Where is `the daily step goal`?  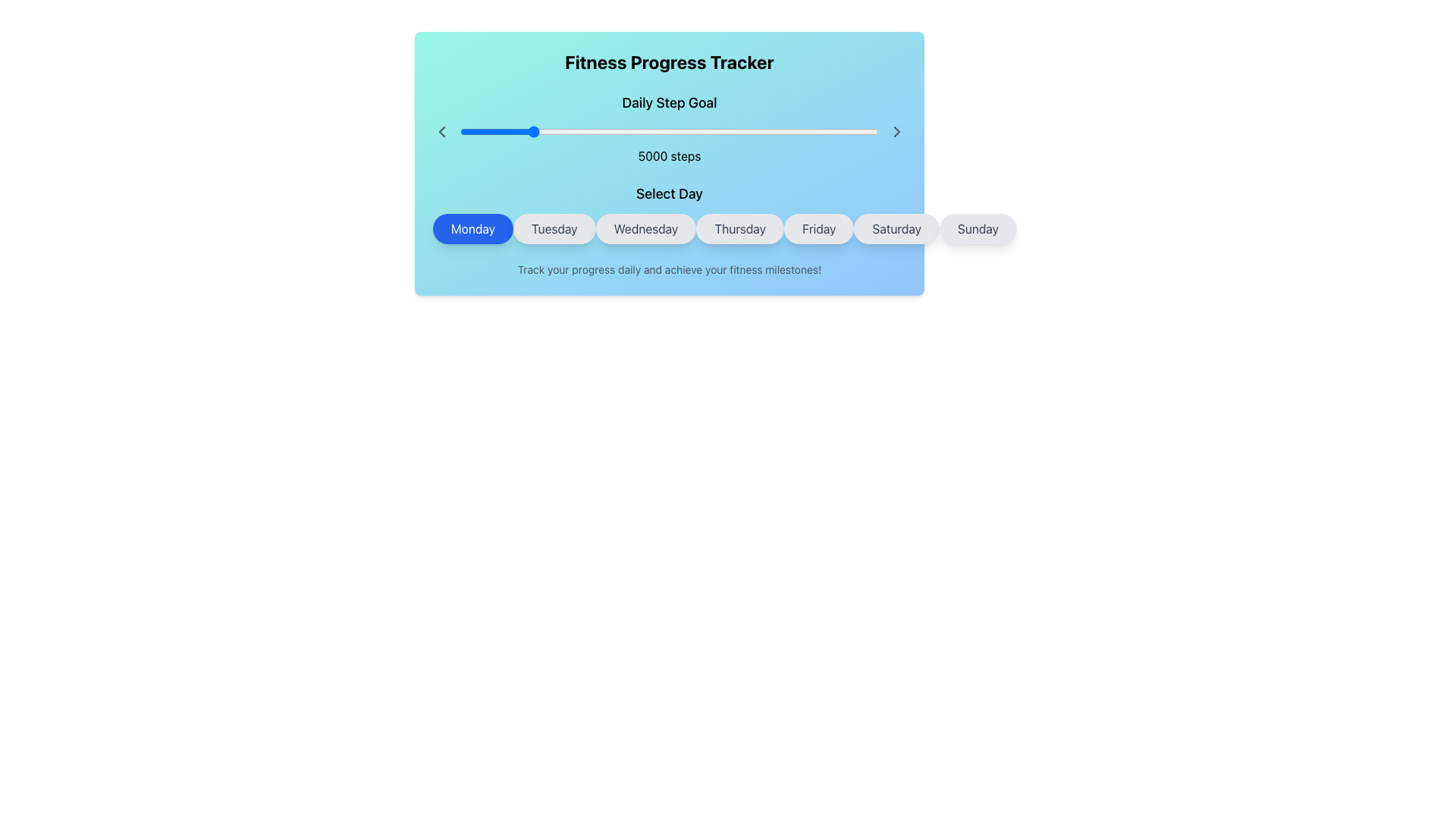 the daily step goal is located at coordinates (499, 130).